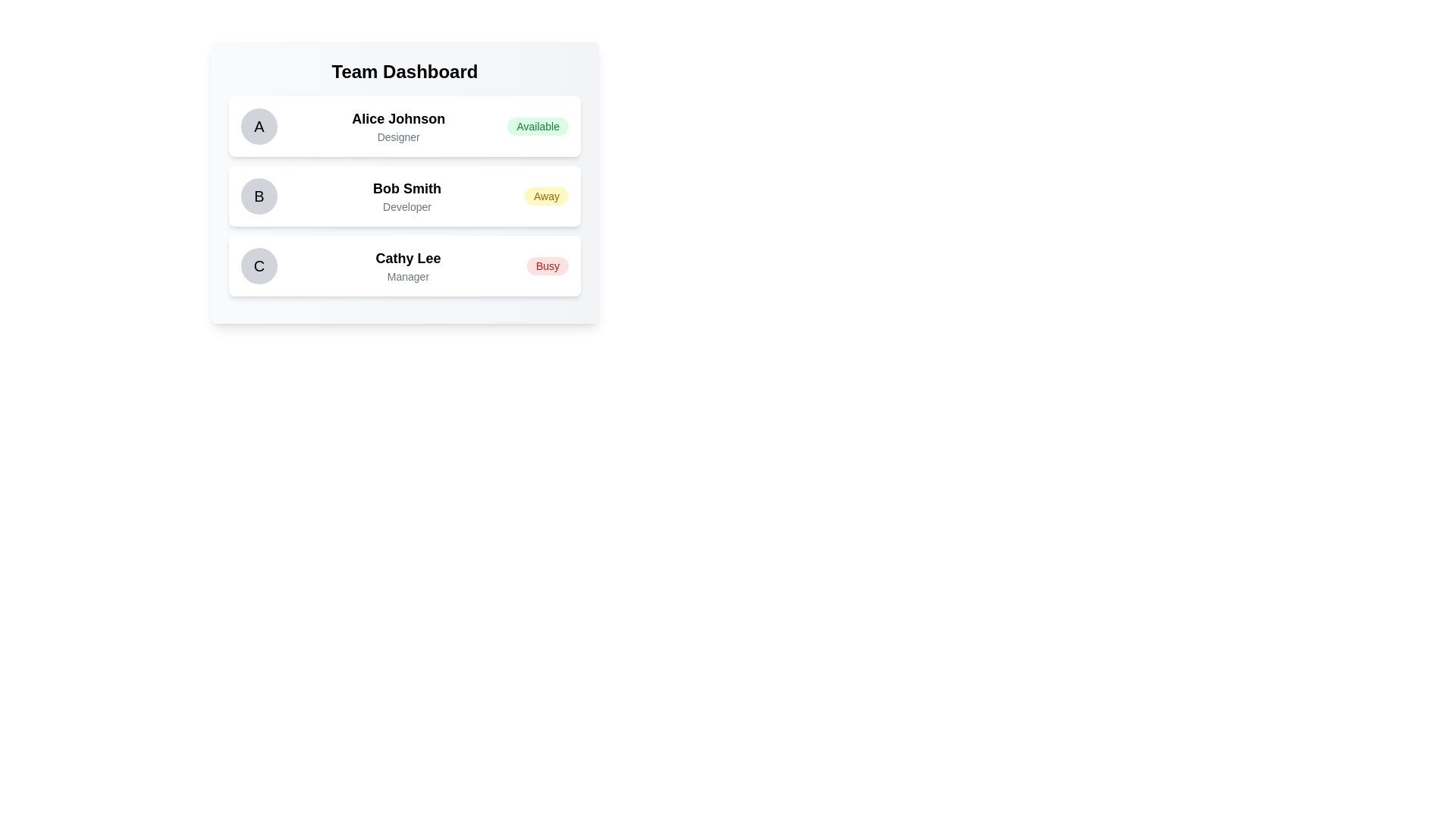 The width and height of the screenshot is (1456, 819). Describe the element at coordinates (407, 195) in the screenshot. I see `displayed text information from the Text Display element located in the center of the card labeled 'B', which is the second item in the vertical list under 'Team Dashboard'` at that location.